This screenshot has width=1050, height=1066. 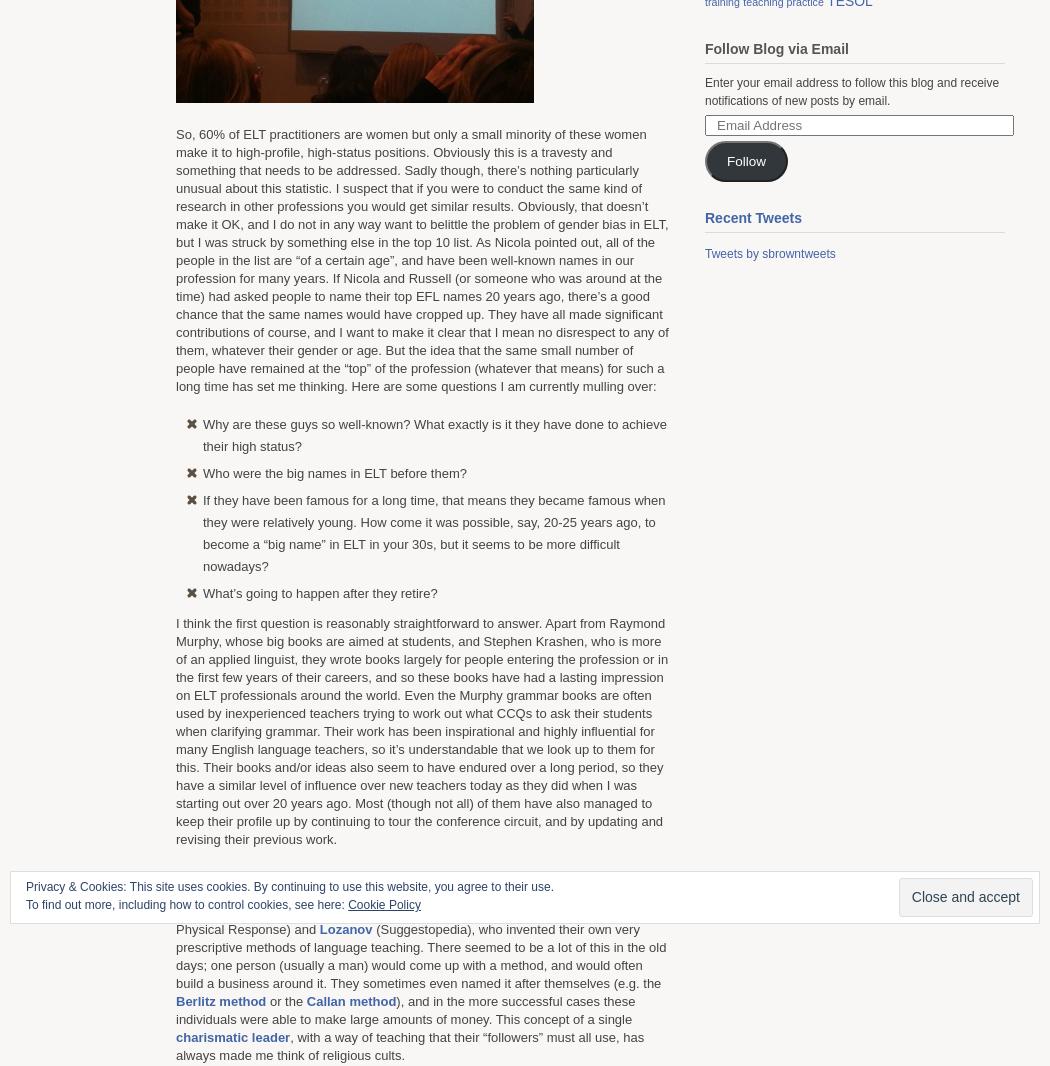 I want to click on 'Lozanov', so click(x=344, y=929).